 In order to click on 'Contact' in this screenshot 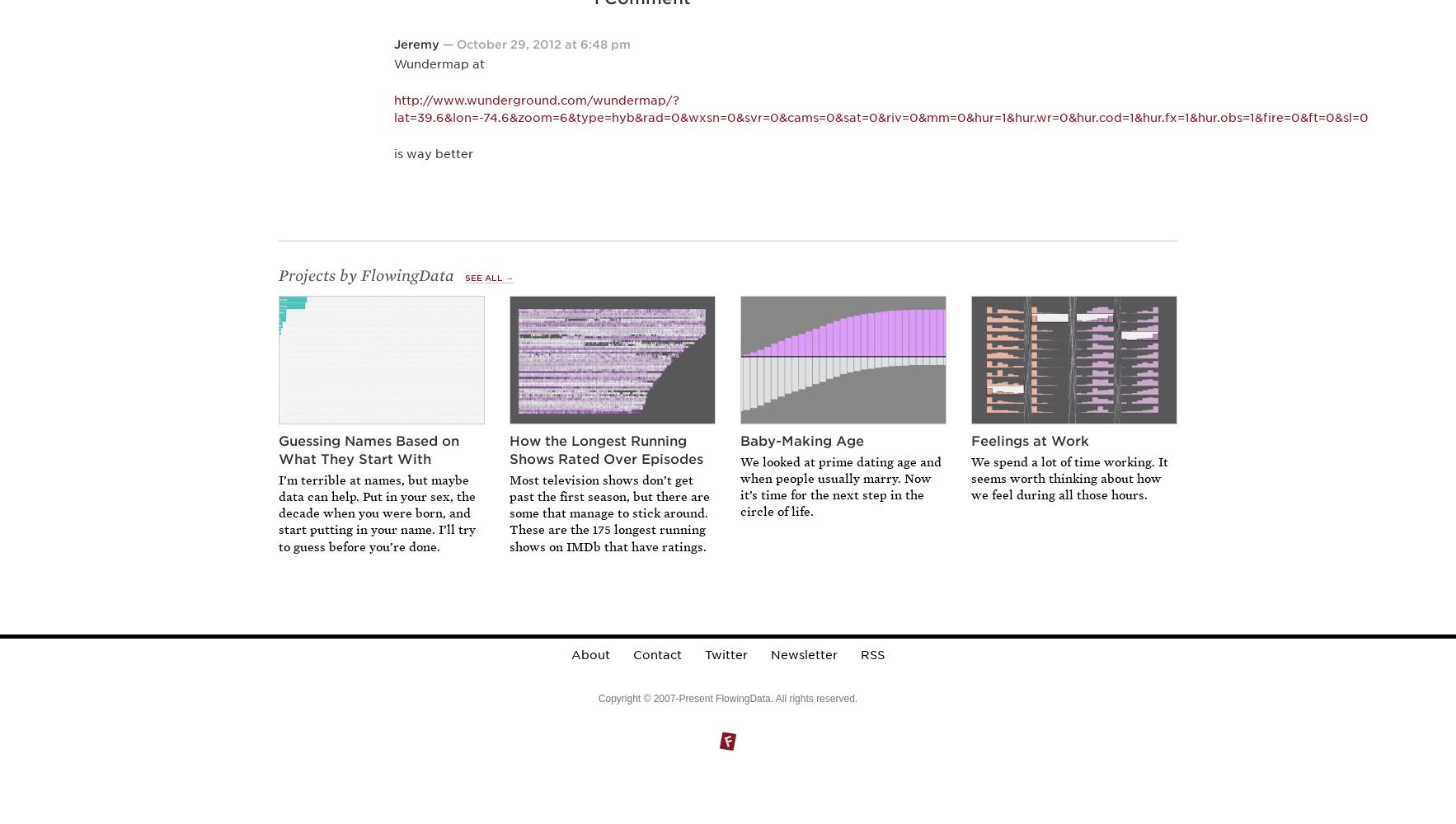, I will do `click(657, 655)`.